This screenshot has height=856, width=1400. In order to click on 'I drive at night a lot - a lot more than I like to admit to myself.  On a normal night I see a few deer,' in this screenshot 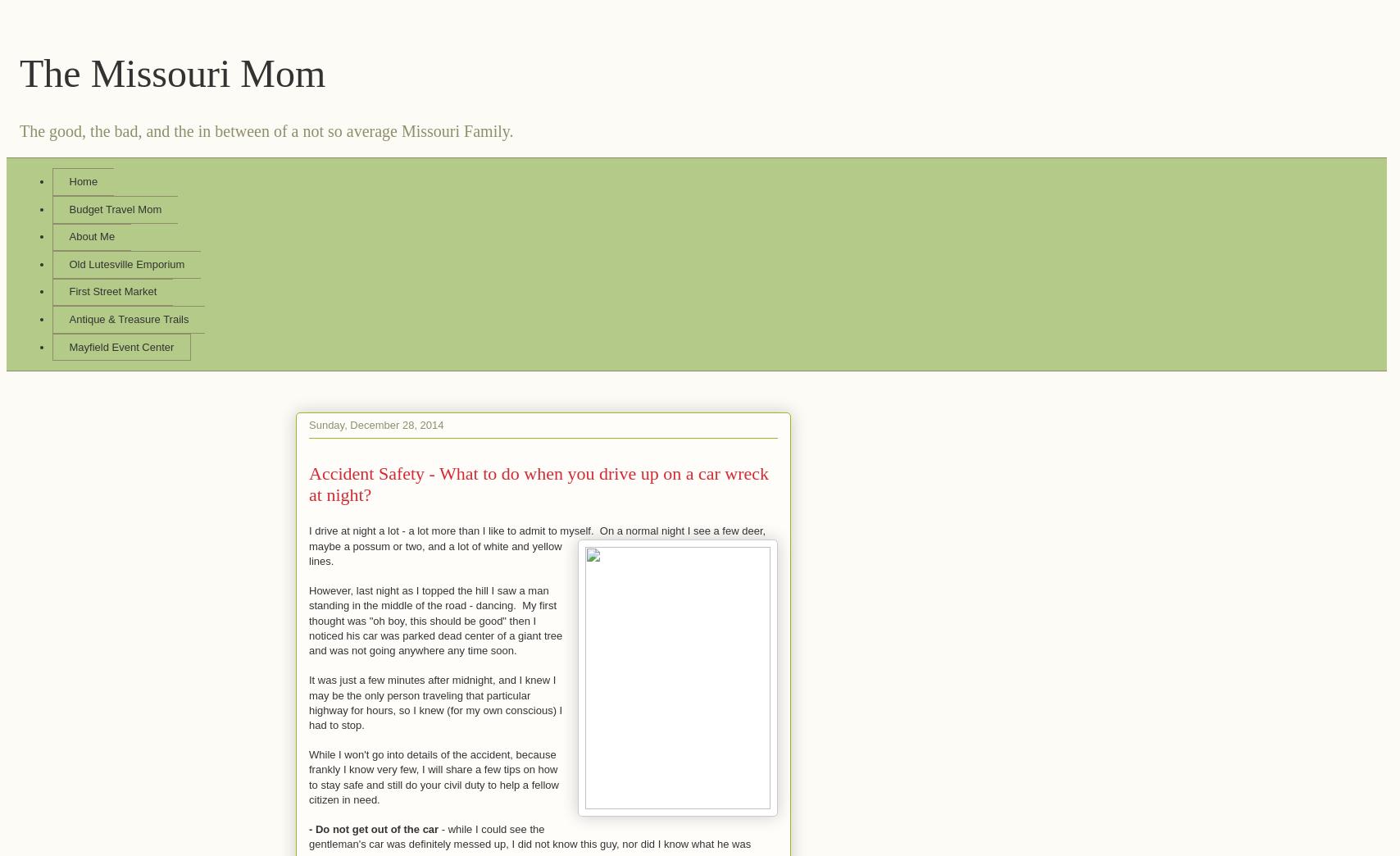, I will do `click(537, 530)`.